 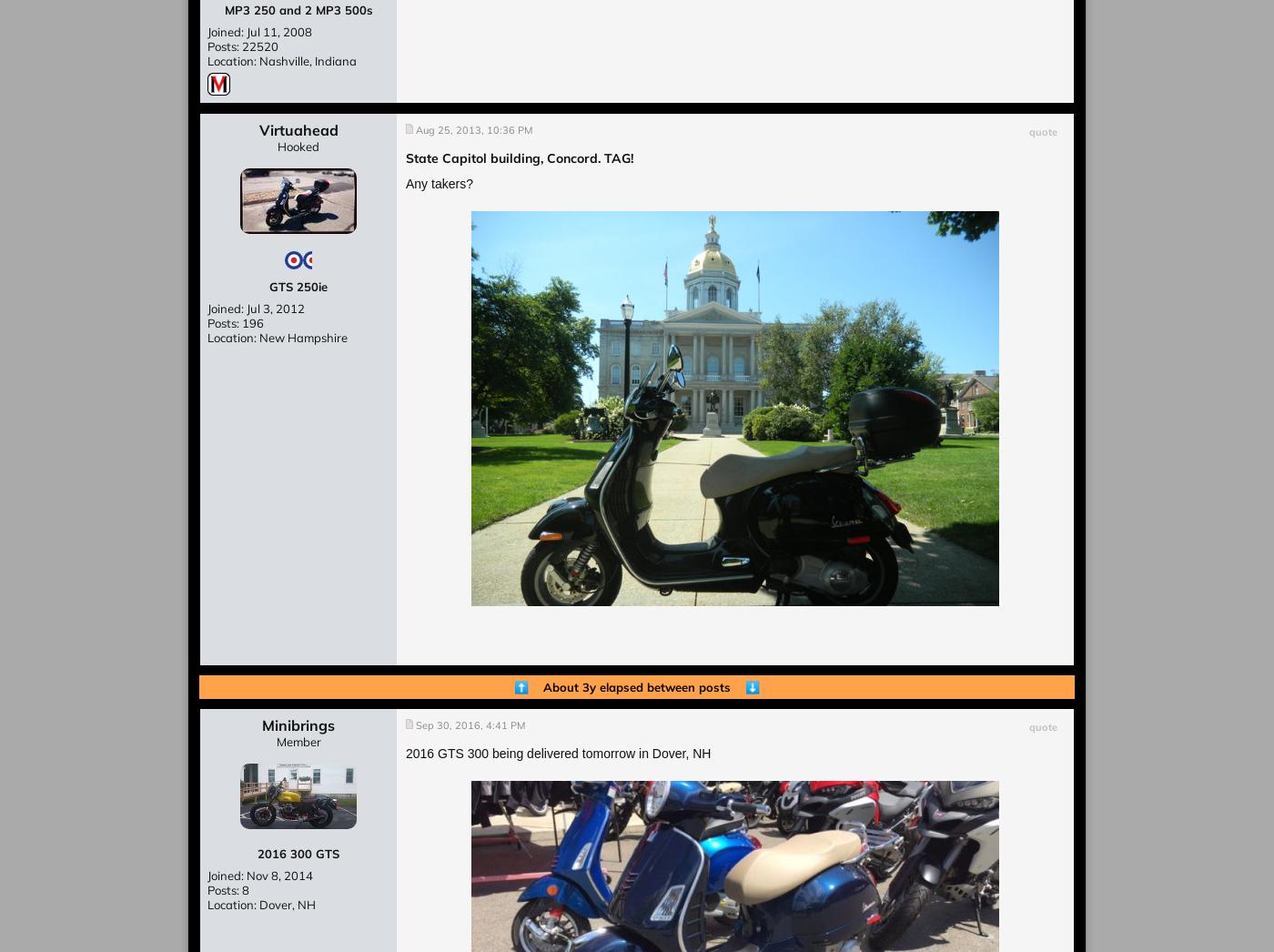 What do you see at coordinates (261, 904) in the screenshot?
I see `'Location: Dover, NH'` at bounding box center [261, 904].